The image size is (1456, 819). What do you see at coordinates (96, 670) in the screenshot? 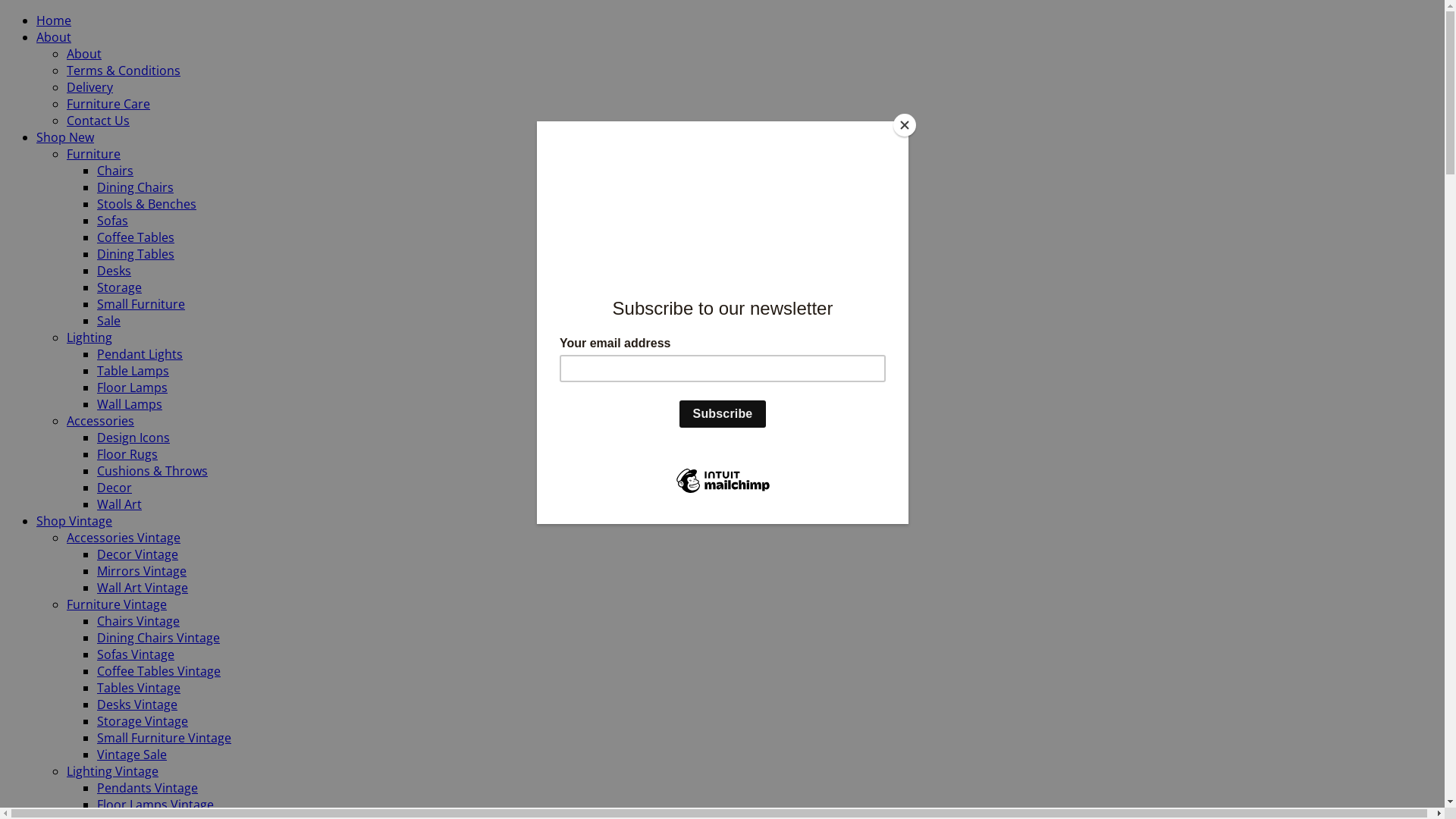
I see `'Coffee Tables Vintage'` at bounding box center [96, 670].